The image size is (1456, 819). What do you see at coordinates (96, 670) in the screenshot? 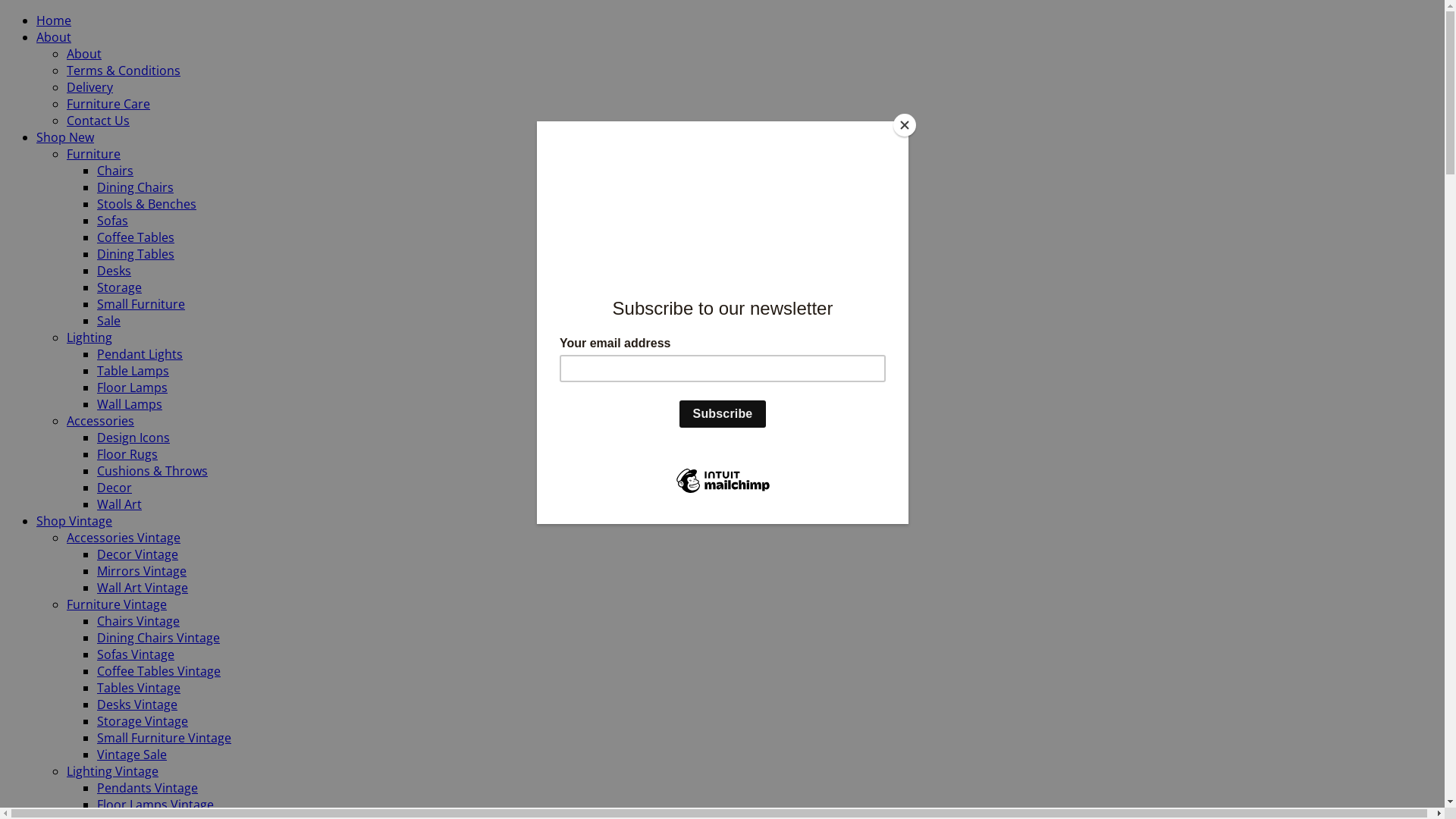
I see `'Coffee Tables Vintage'` at bounding box center [96, 670].